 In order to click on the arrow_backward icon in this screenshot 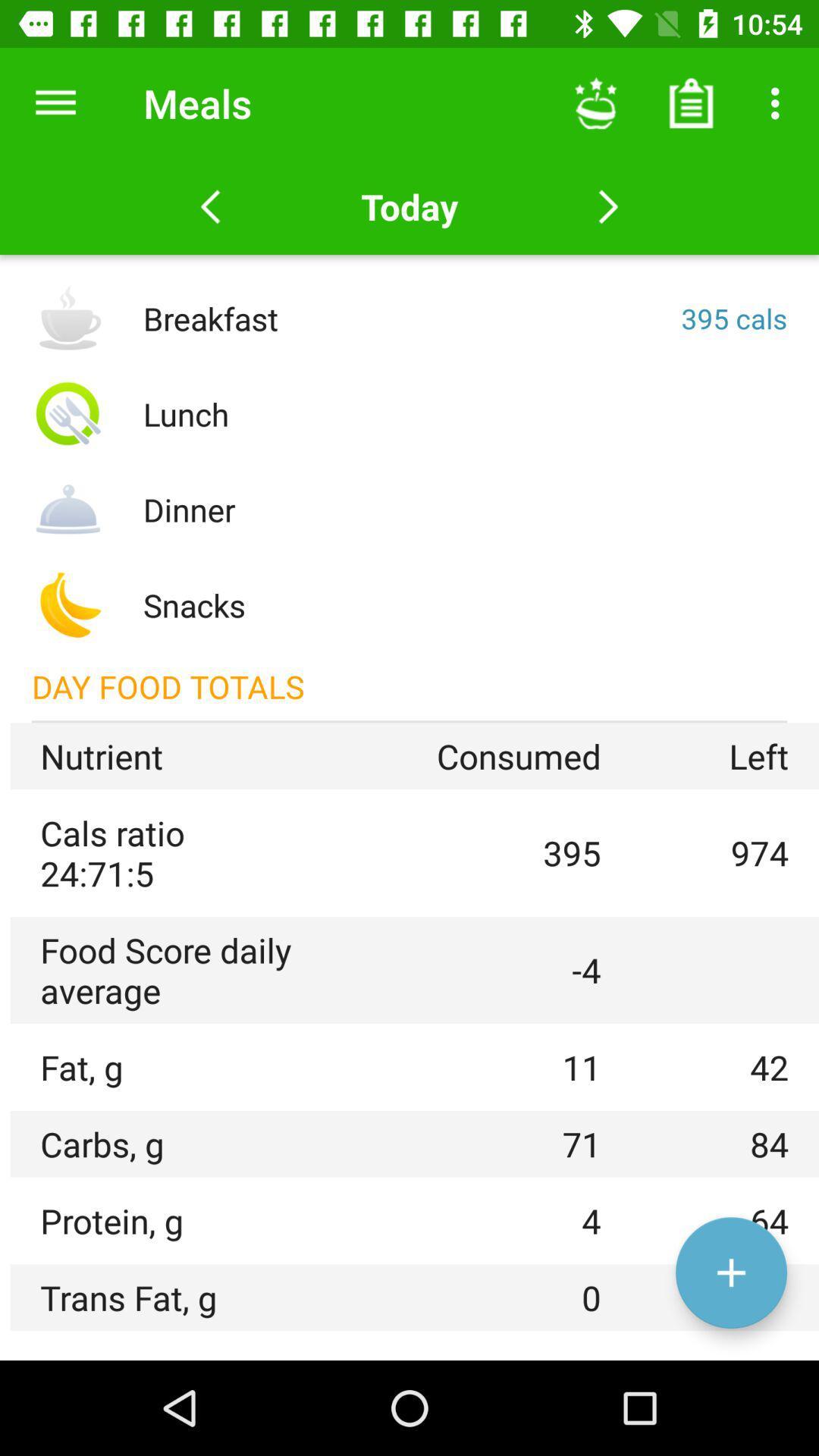, I will do `click(210, 206)`.